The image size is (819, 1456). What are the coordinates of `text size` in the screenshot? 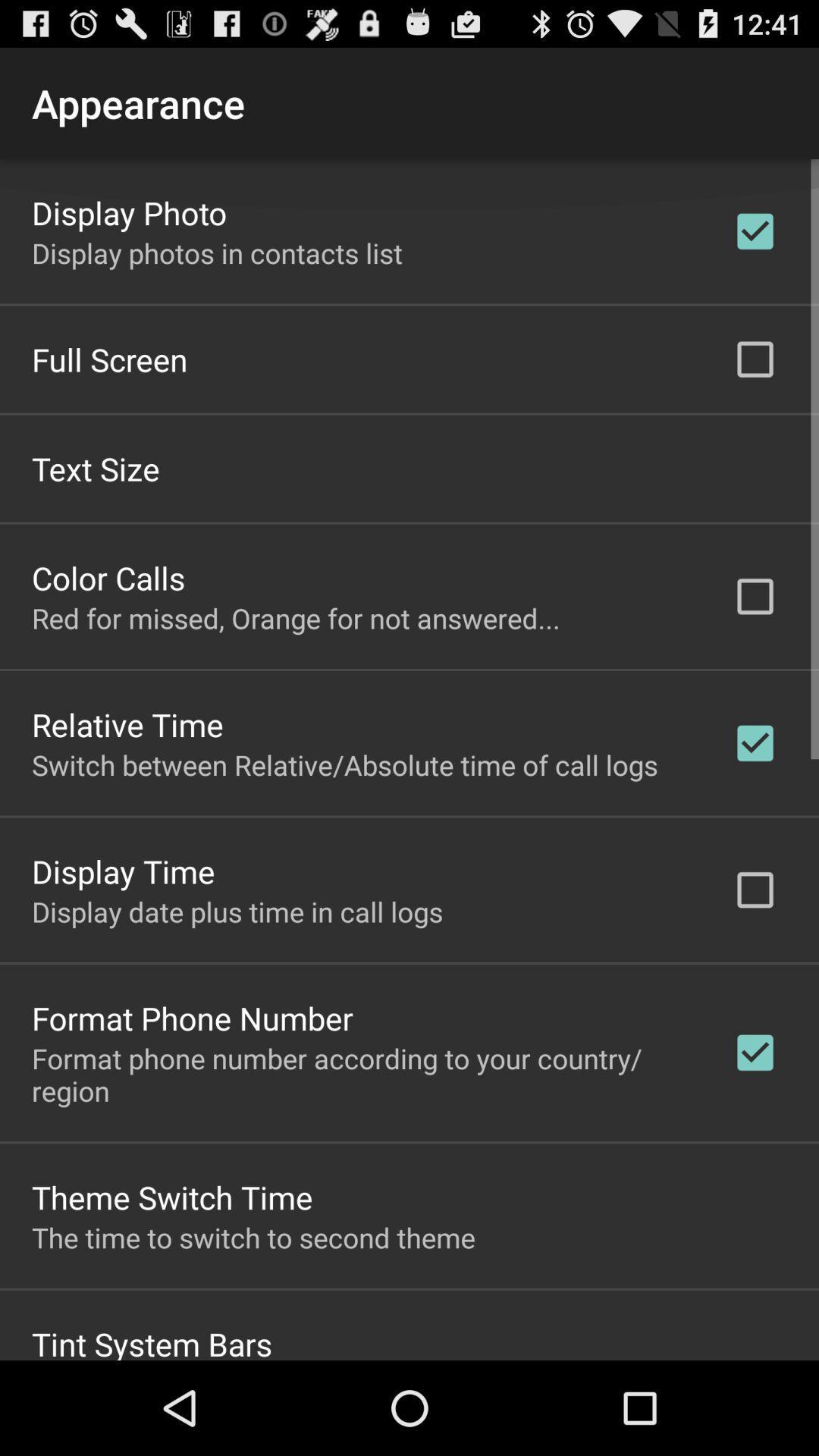 It's located at (96, 467).